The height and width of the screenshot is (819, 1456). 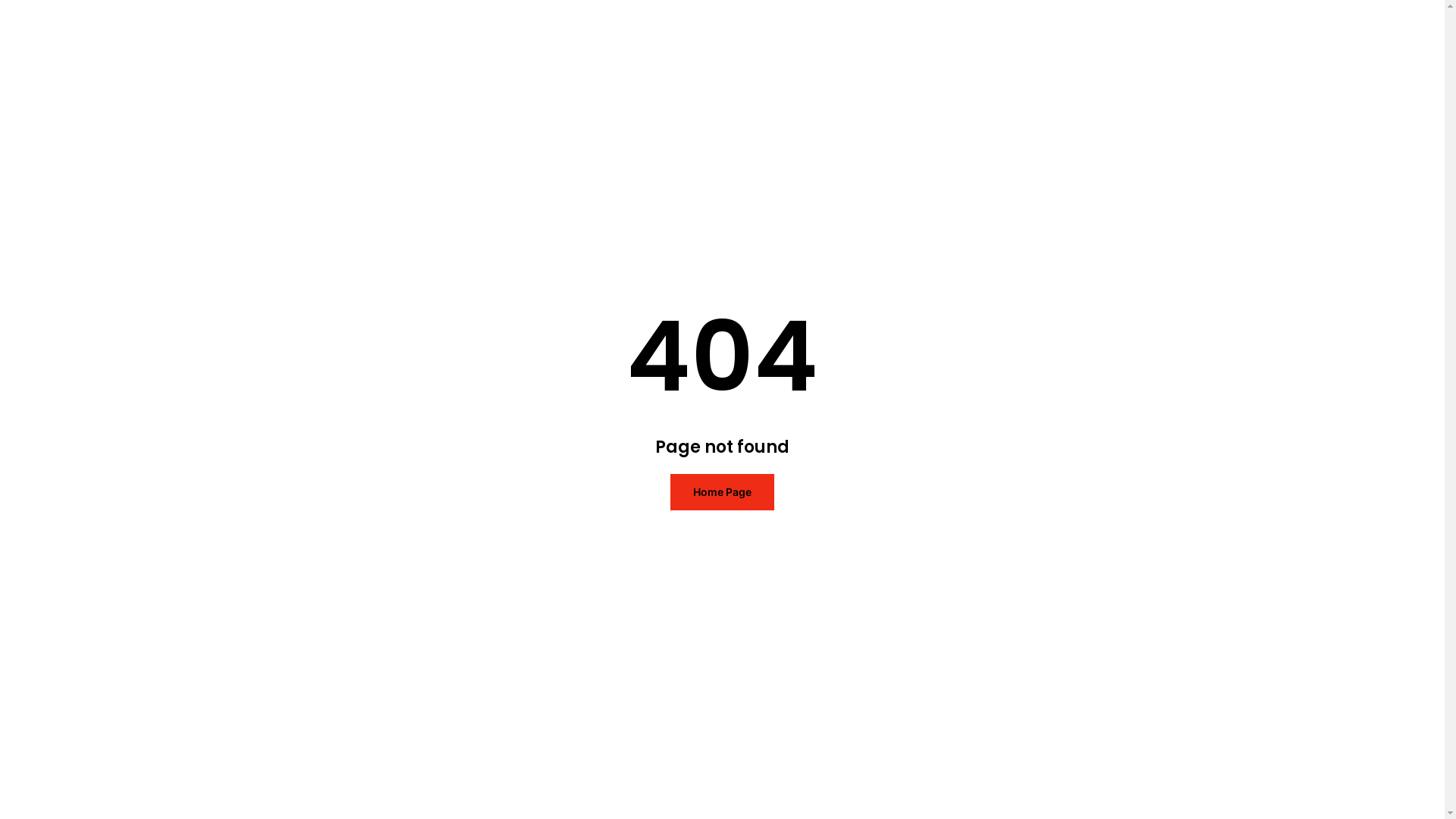 I want to click on 'Home Page', so click(x=721, y=491).